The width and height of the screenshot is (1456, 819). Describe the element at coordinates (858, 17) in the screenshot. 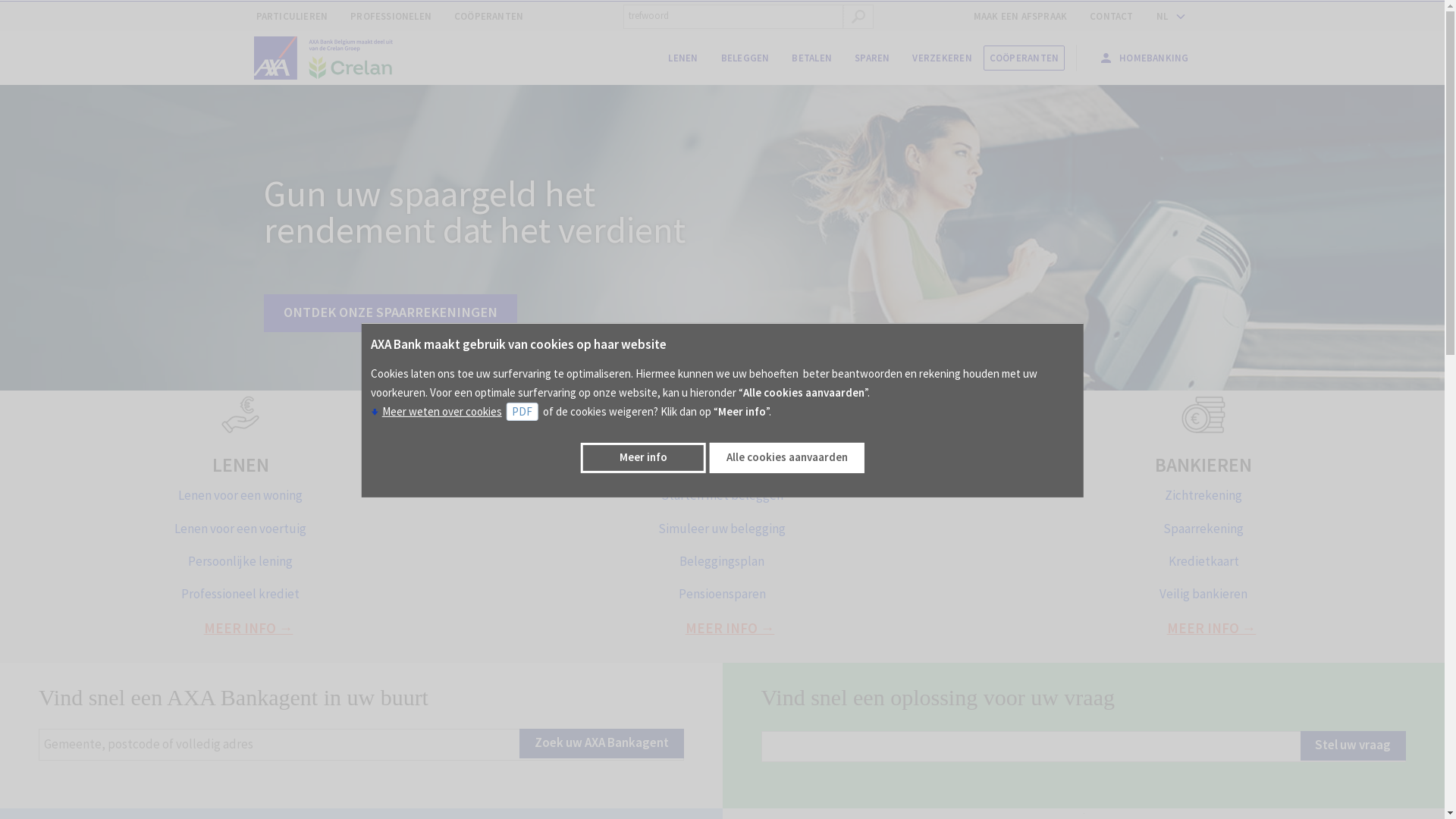

I see `'Zoek'` at that location.